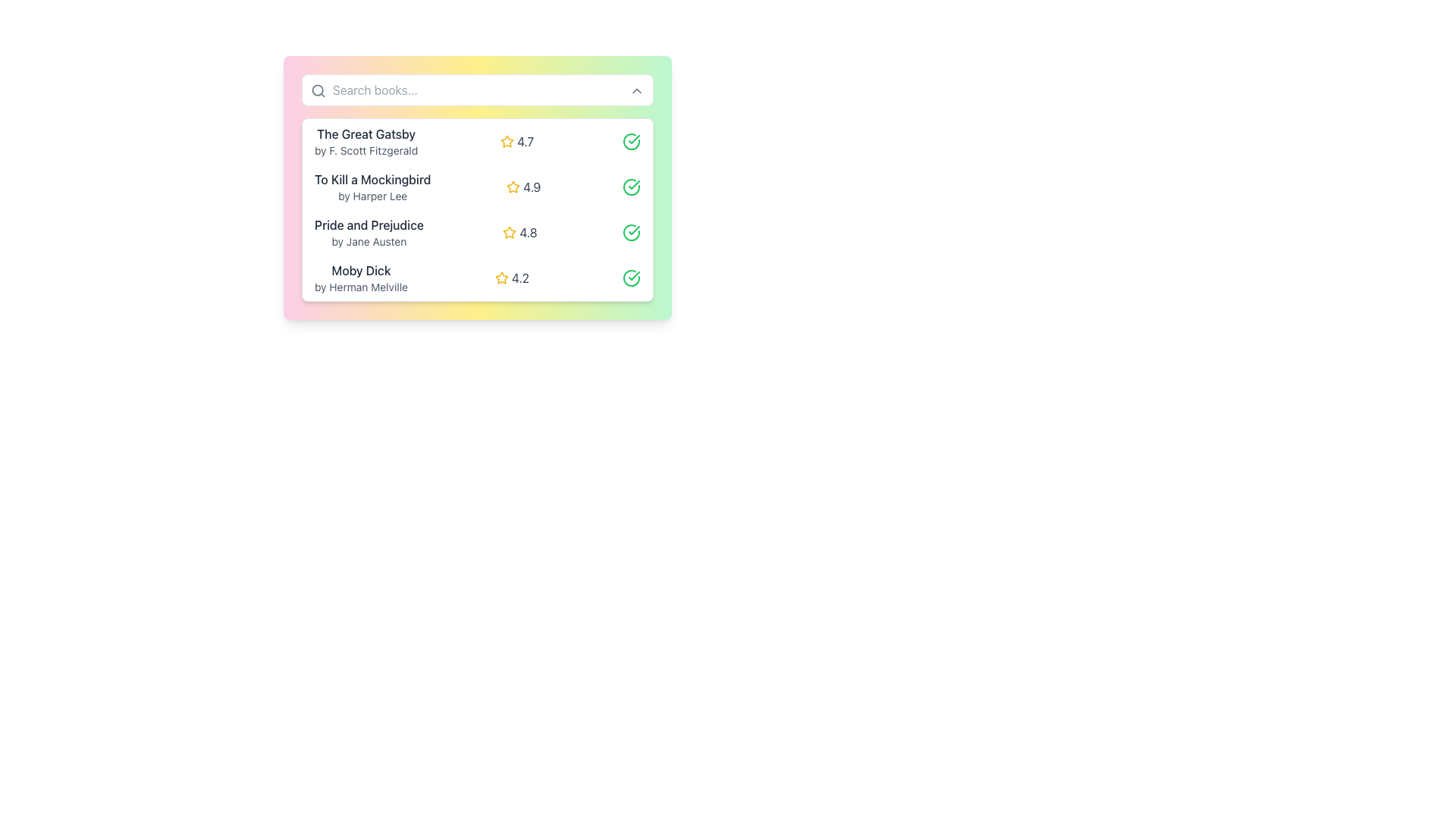 The image size is (1456, 819). I want to click on value displayed in the text element showing the rating '4.8', which is next to the yellow star icon and indicates the rating for the book 'Pride and Prejudice', so click(528, 233).